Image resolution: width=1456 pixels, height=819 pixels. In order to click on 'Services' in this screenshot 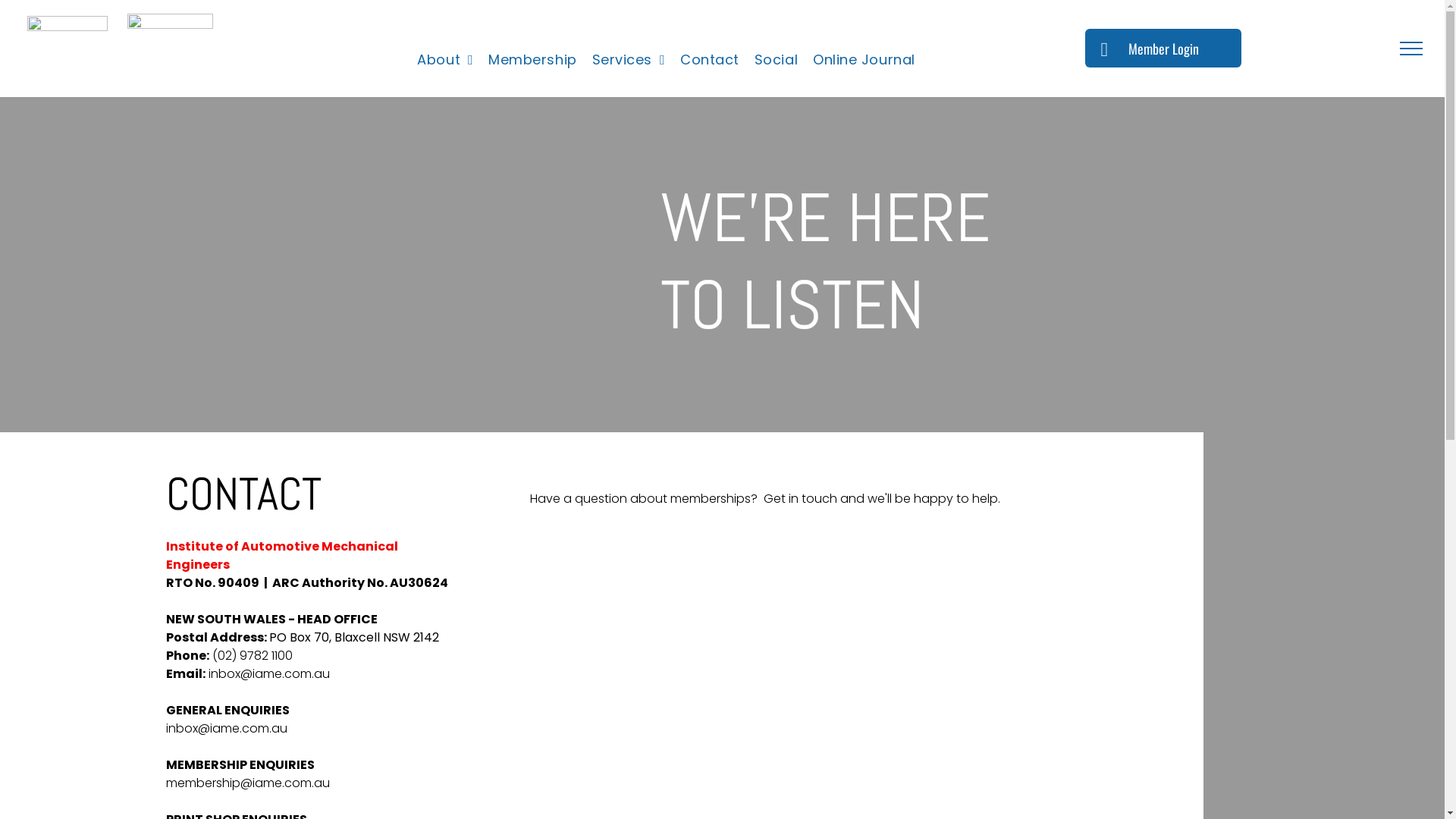, I will do `click(629, 58)`.